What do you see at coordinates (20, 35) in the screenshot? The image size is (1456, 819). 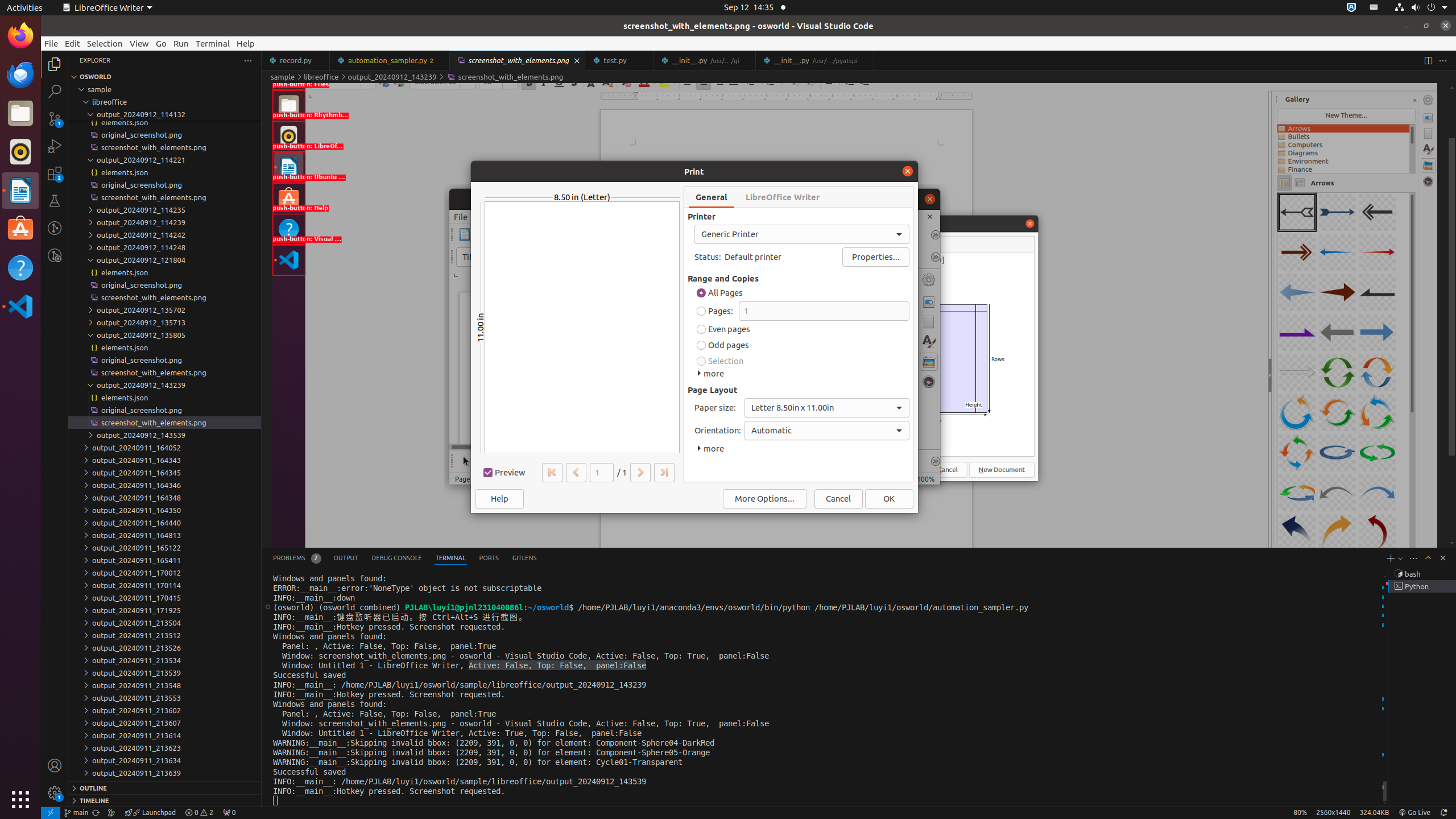 I see `'Firefox Web Browser'` at bounding box center [20, 35].